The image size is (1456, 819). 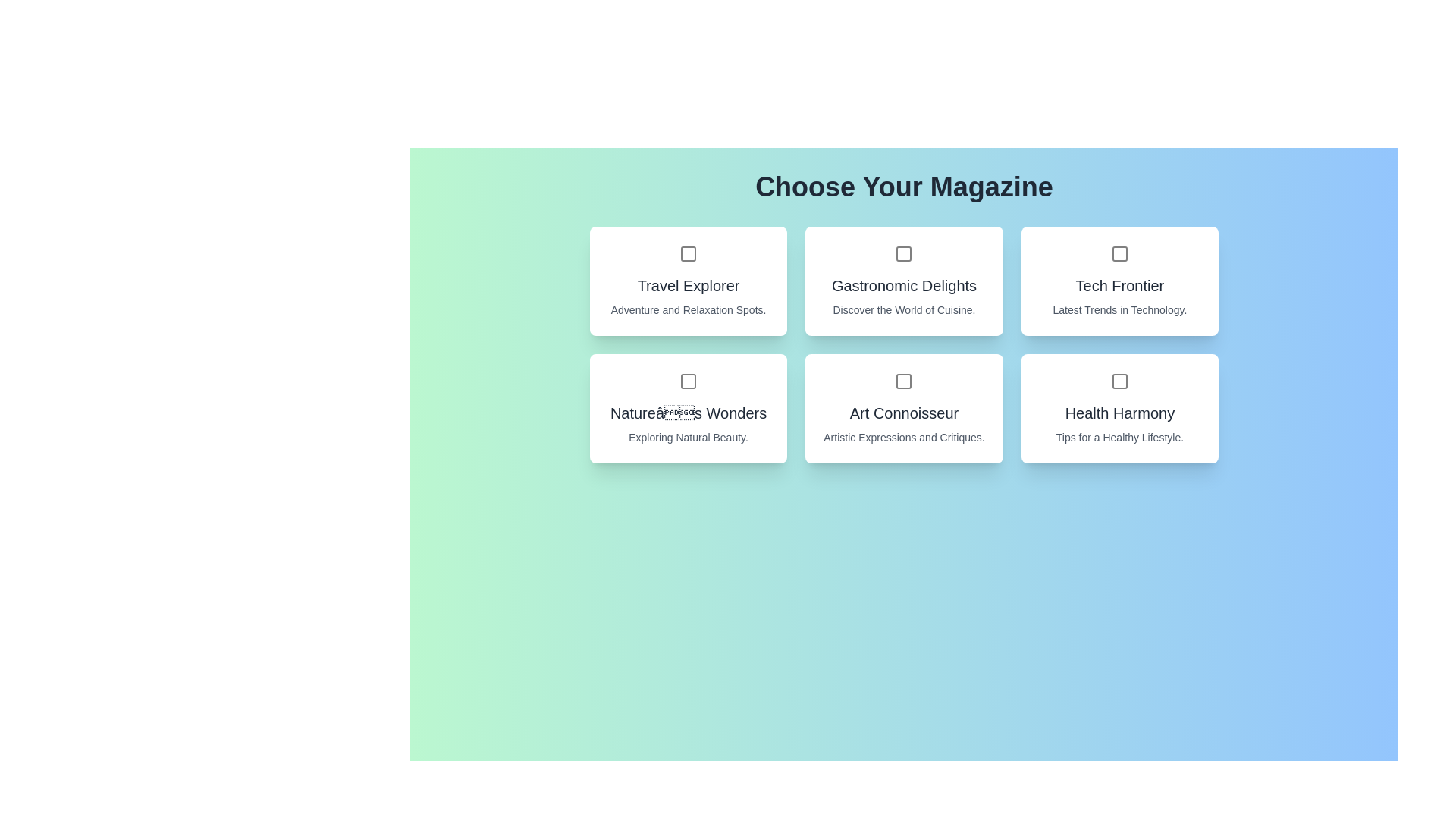 I want to click on the magazine card for Travel Explorer, so click(x=687, y=281).